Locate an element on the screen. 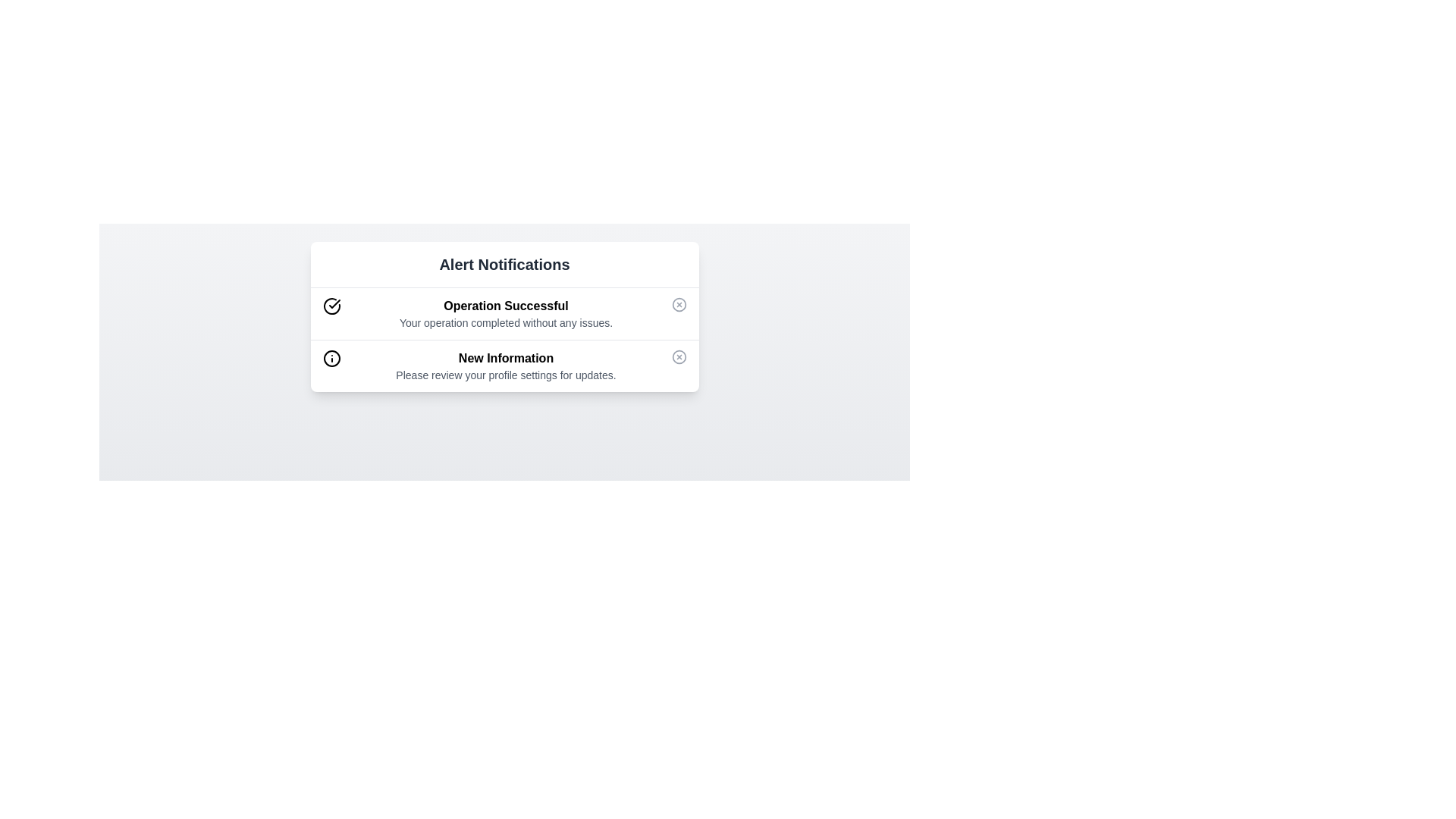 The image size is (1456, 819). the checkmark icon within the circle-check icon in the top notification item labeled 'Operation Successful' is located at coordinates (334, 304).